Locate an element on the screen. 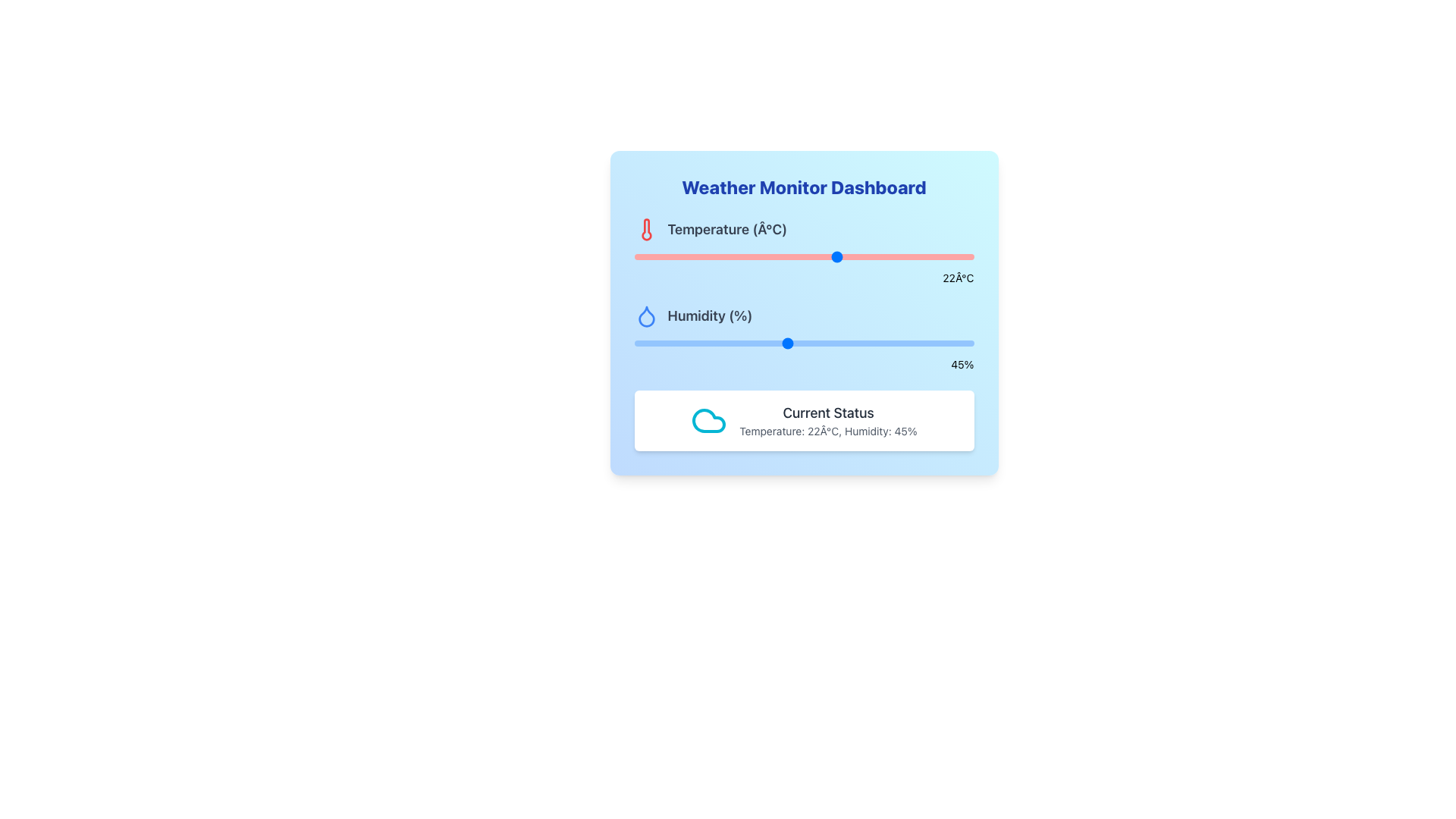 The image size is (1456, 819). the temperature slider is located at coordinates (658, 256).